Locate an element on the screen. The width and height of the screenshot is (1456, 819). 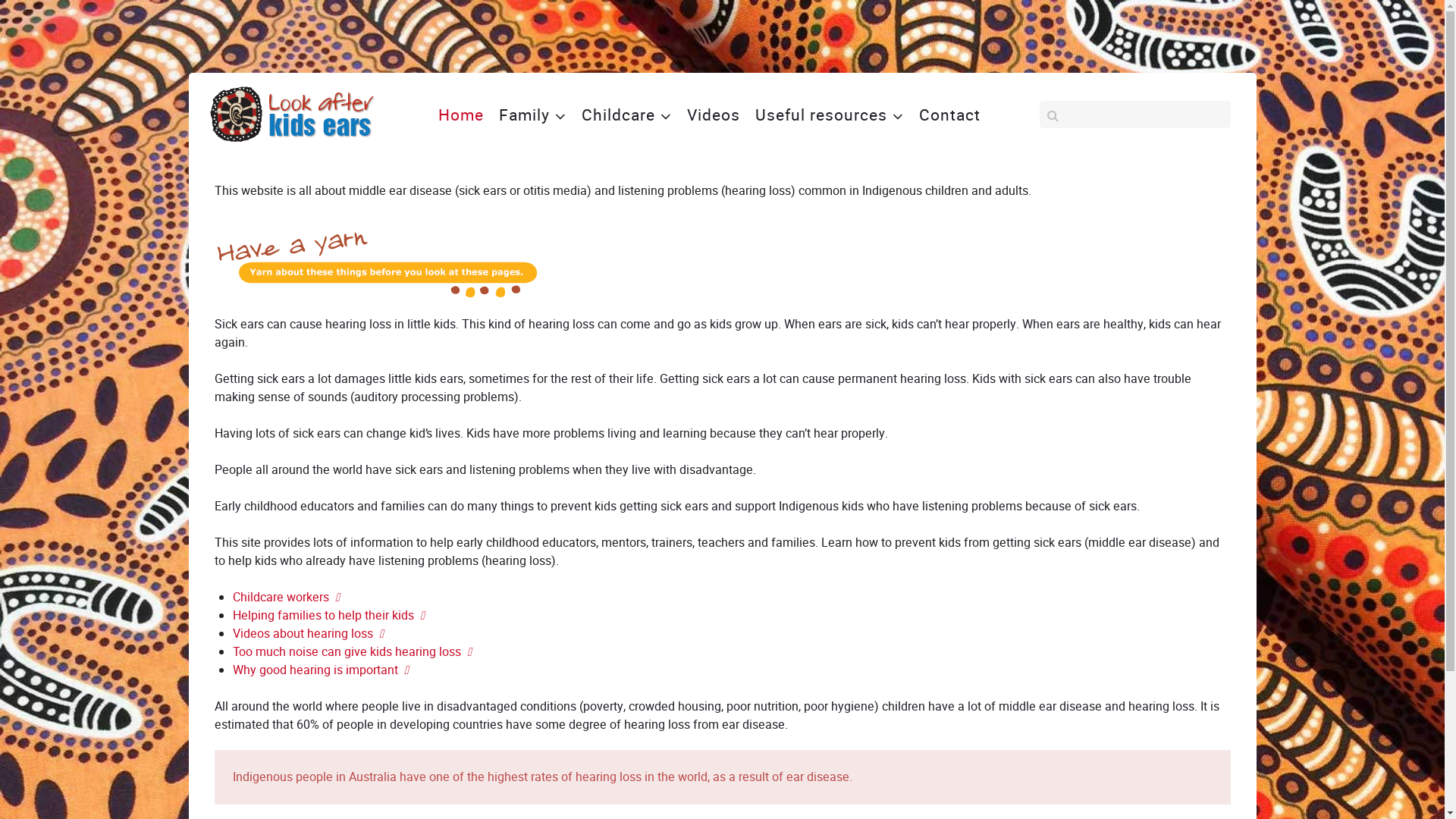
'Too much noise can give kids hearing loss' is located at coordinates (350, 651).